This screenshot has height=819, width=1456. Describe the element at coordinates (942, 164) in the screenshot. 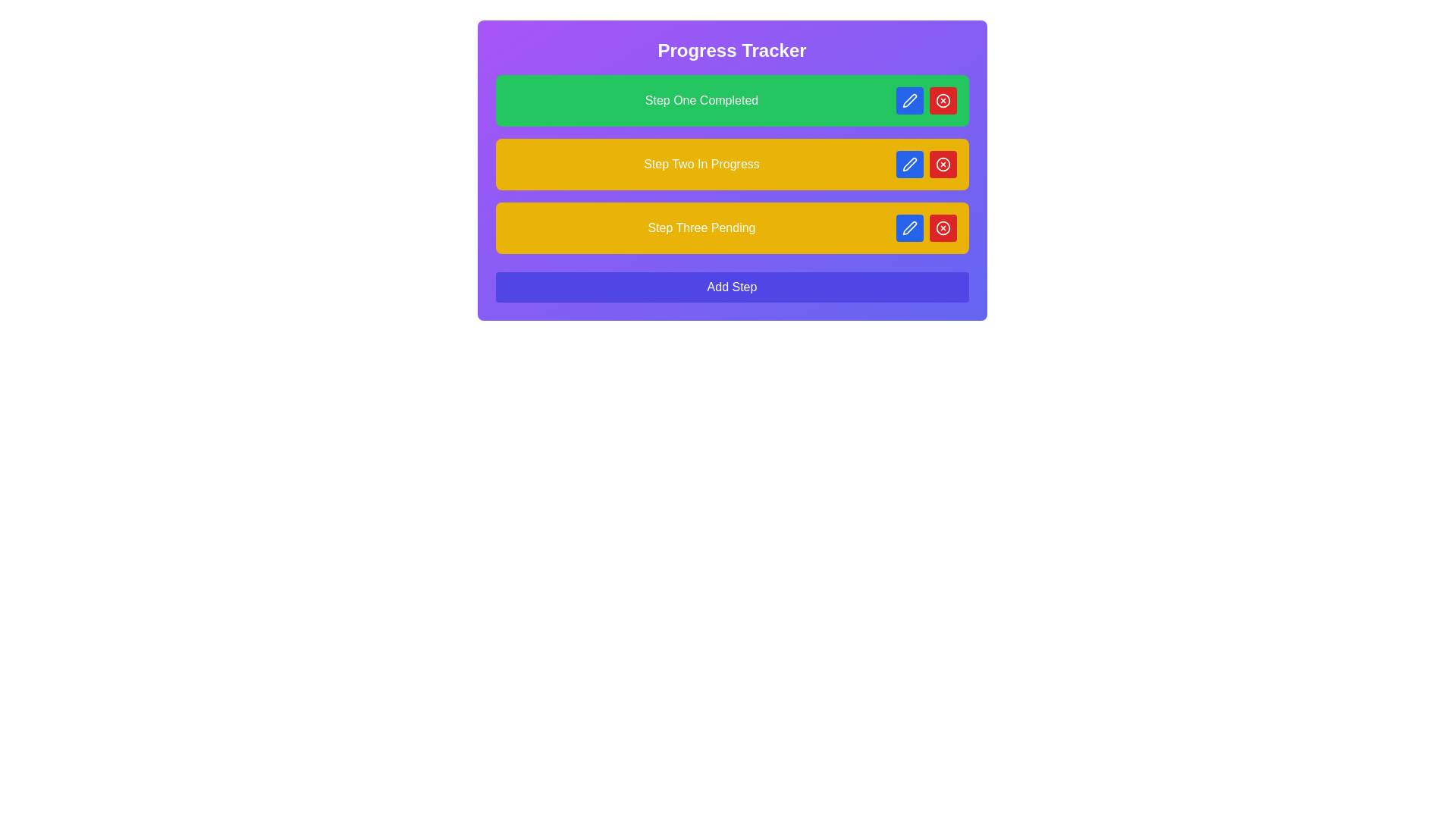

I see `the delete button located on the right-hand side of the section labeled 'Step One Completed'` at that location.